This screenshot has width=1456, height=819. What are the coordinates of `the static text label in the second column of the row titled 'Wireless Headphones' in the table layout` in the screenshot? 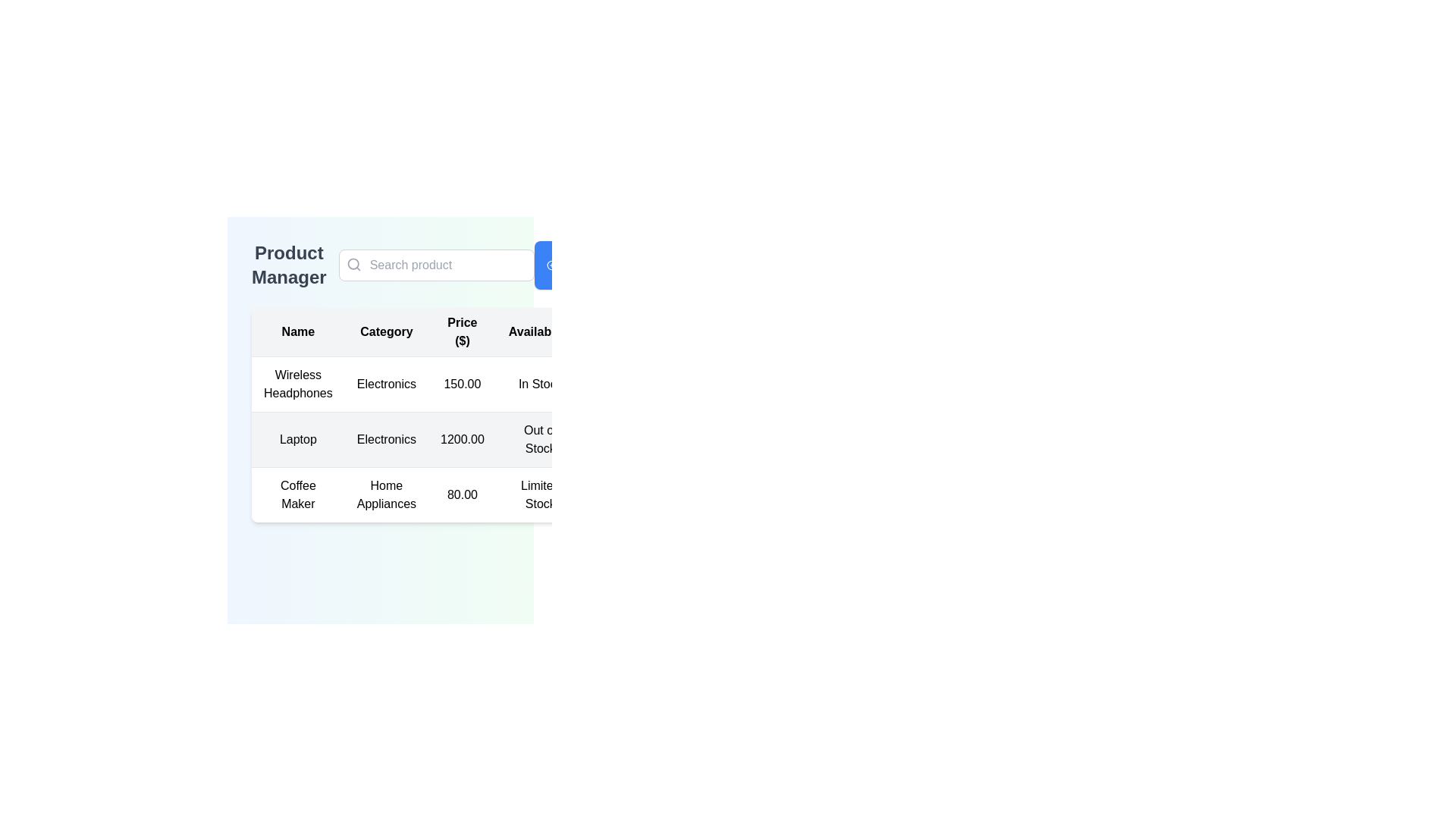 It's located at (386, 383).